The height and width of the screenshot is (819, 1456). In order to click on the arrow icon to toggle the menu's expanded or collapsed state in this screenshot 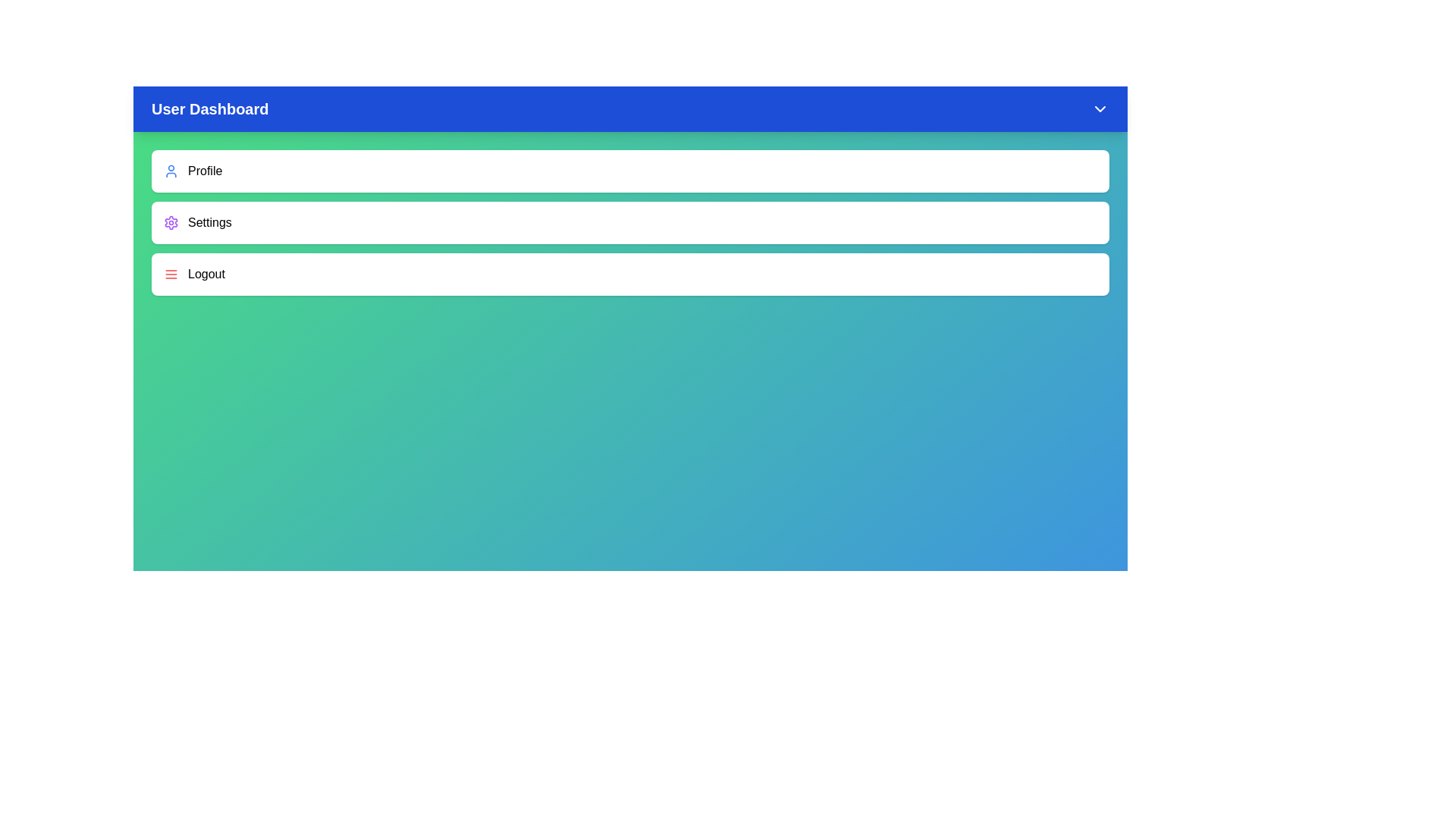, I will do `click(1100, 108)`.